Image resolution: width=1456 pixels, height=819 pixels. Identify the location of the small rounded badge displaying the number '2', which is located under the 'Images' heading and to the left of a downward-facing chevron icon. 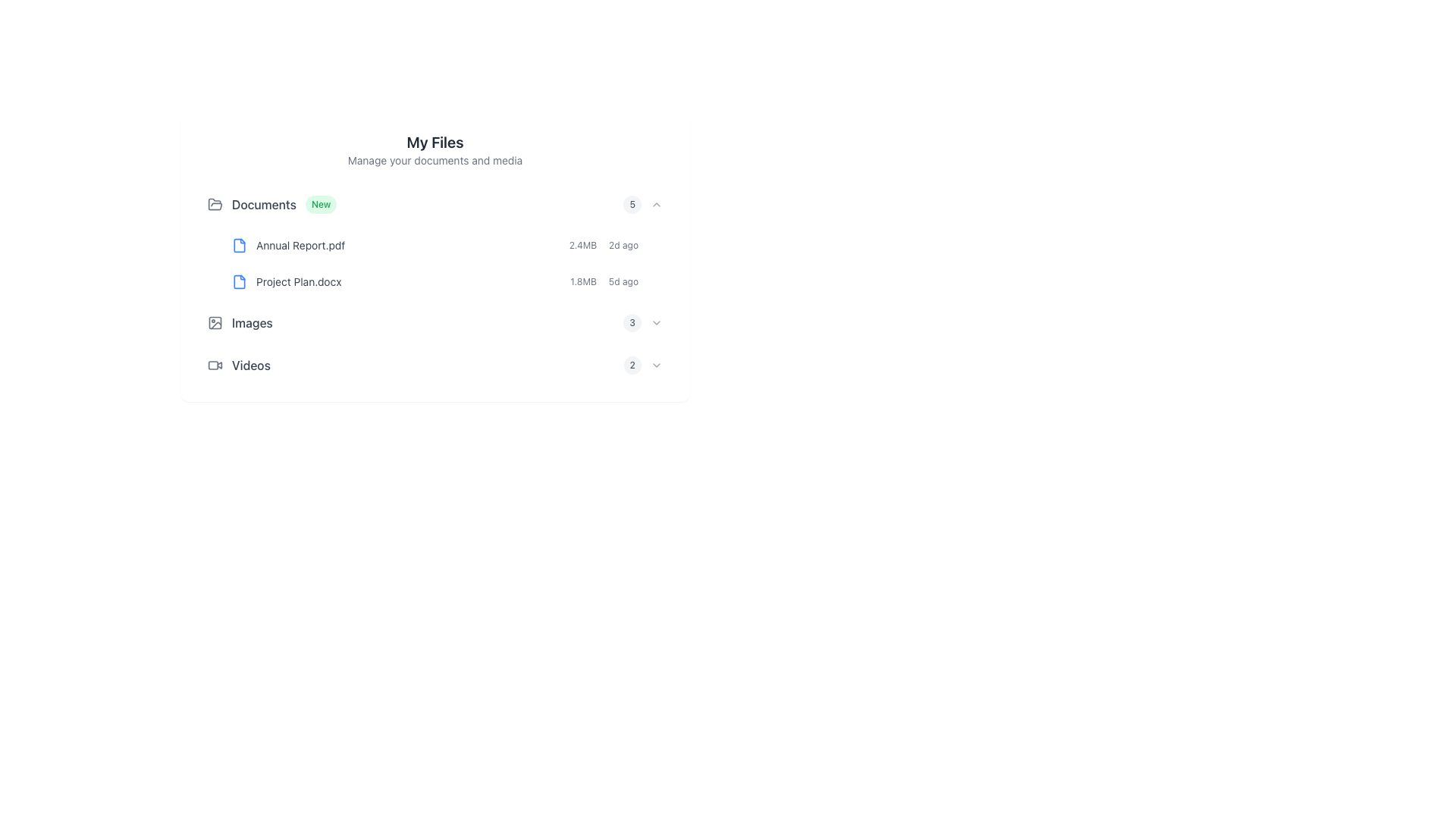
(632, 366).